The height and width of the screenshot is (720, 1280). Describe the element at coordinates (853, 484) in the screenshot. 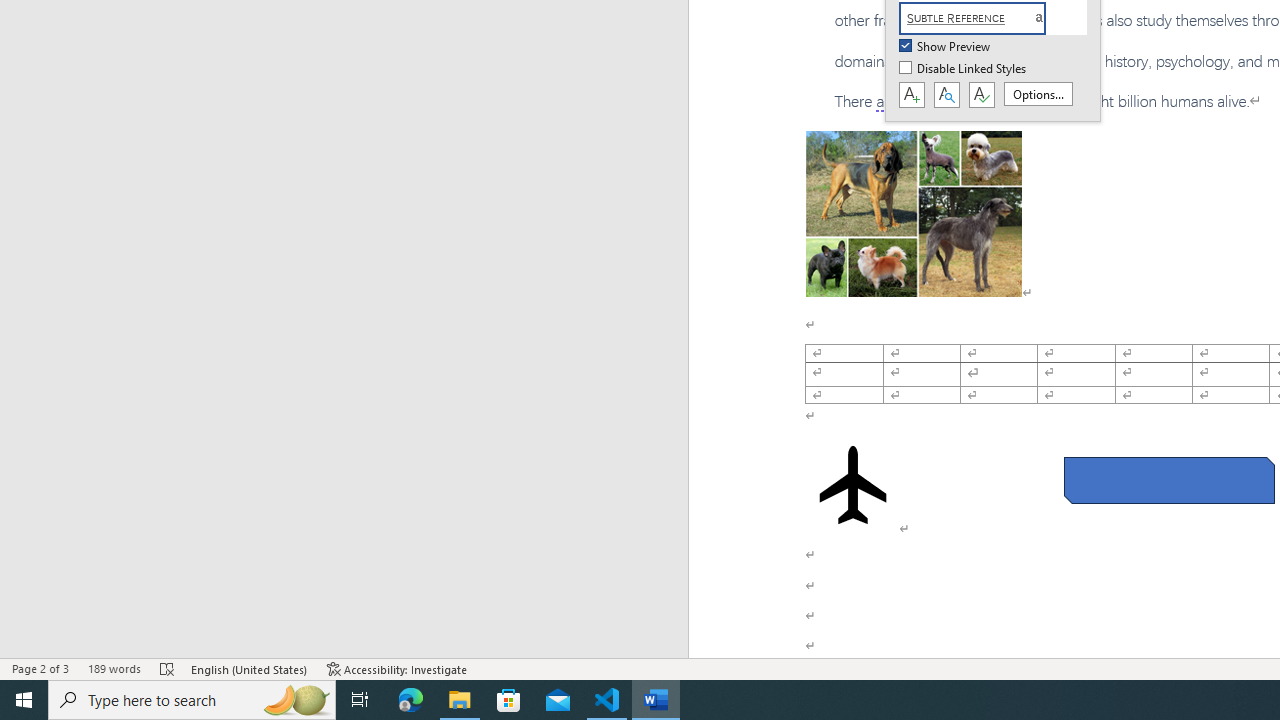

I see `'Airplane with solid fill'` at that location.